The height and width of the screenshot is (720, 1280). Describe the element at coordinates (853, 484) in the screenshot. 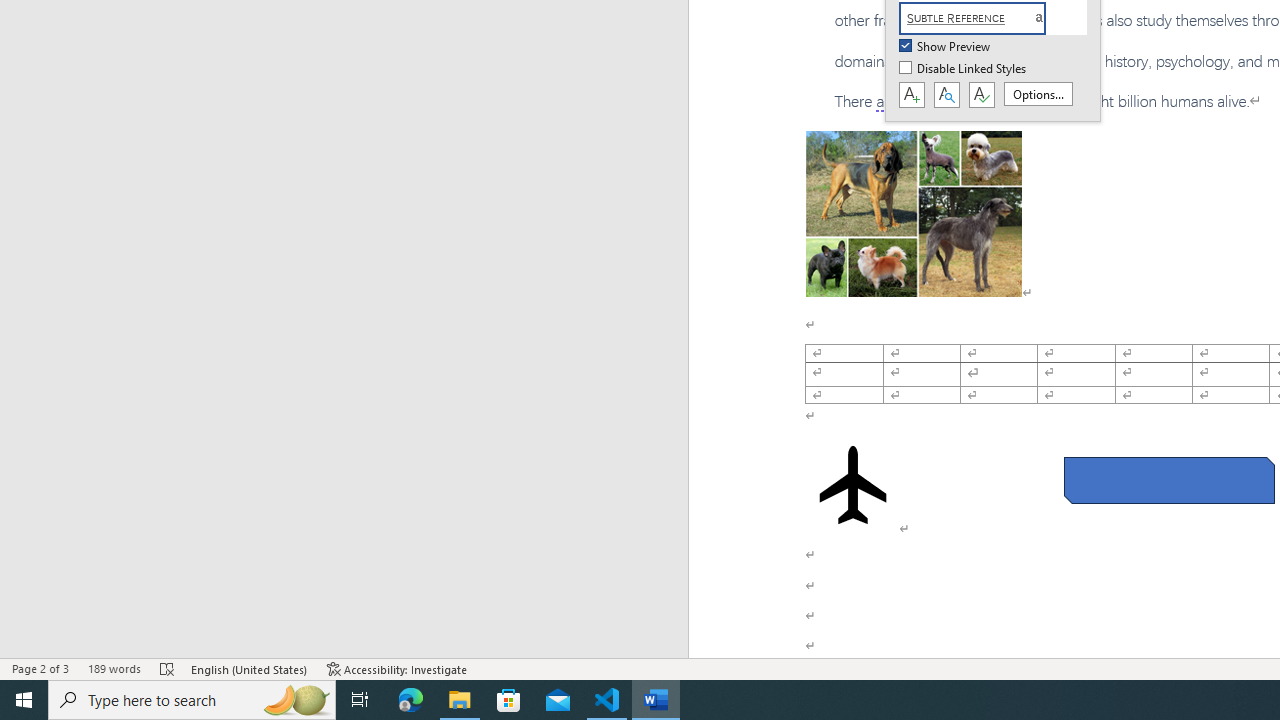

I see `'Airplane with solid fill'` at that location.